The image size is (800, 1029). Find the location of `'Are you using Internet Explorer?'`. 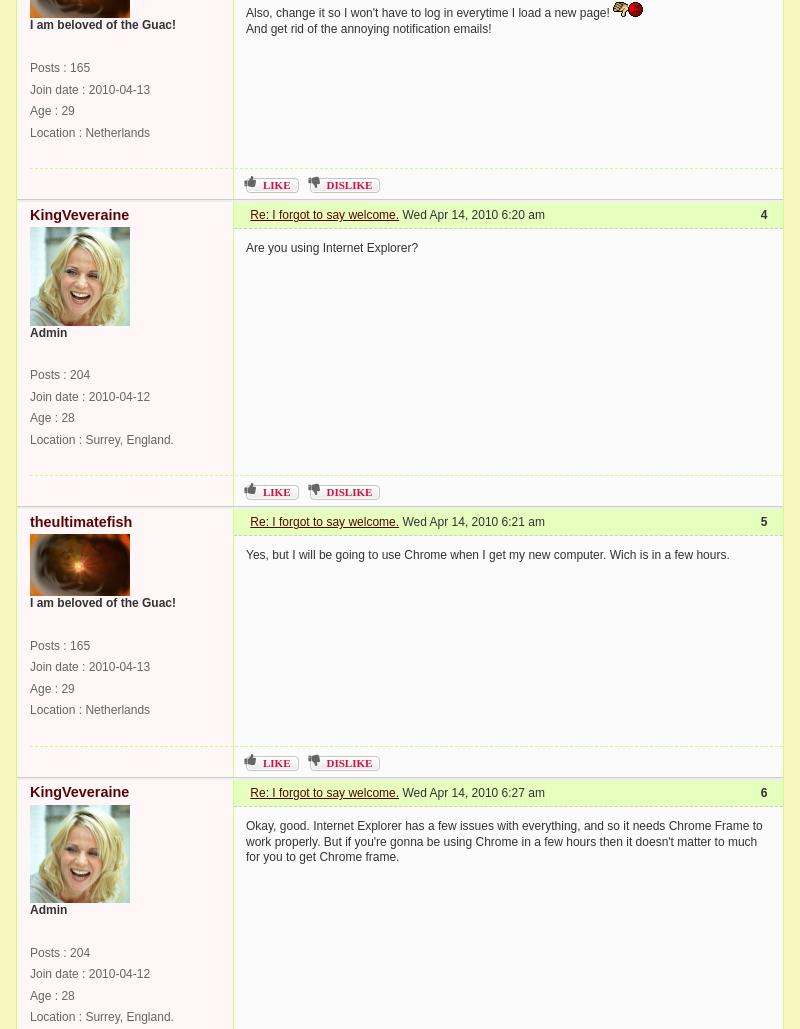

'Are you using Internet Explorer?' is located at coordinates (331, 246).